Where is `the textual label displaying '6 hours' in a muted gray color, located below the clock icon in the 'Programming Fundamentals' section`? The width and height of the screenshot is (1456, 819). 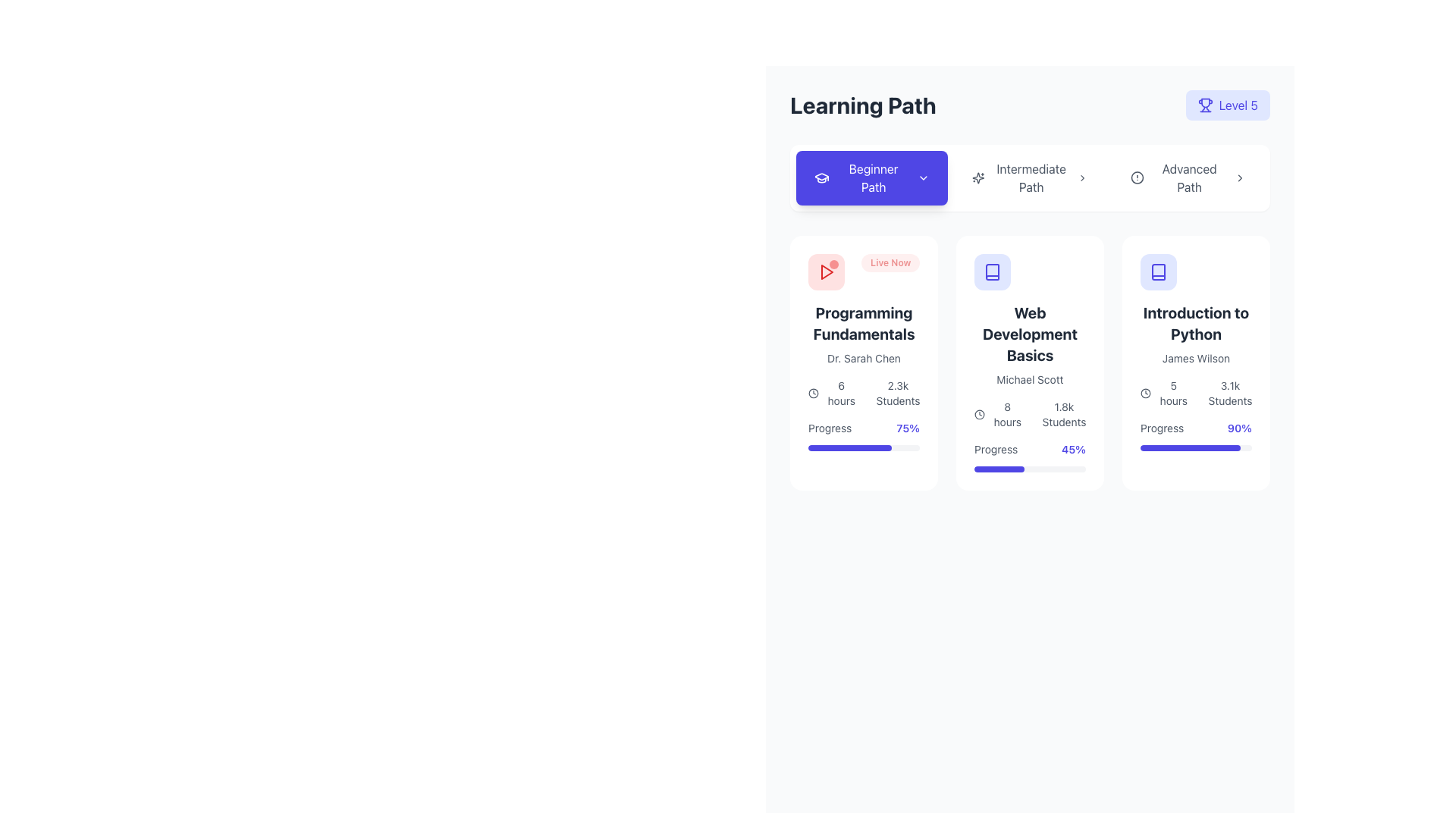
the textual label displaying '6 hours' in a muted gray color, located below the clock icon in the 'Programming Fundamentals' section is located at coordinates (840, 393).